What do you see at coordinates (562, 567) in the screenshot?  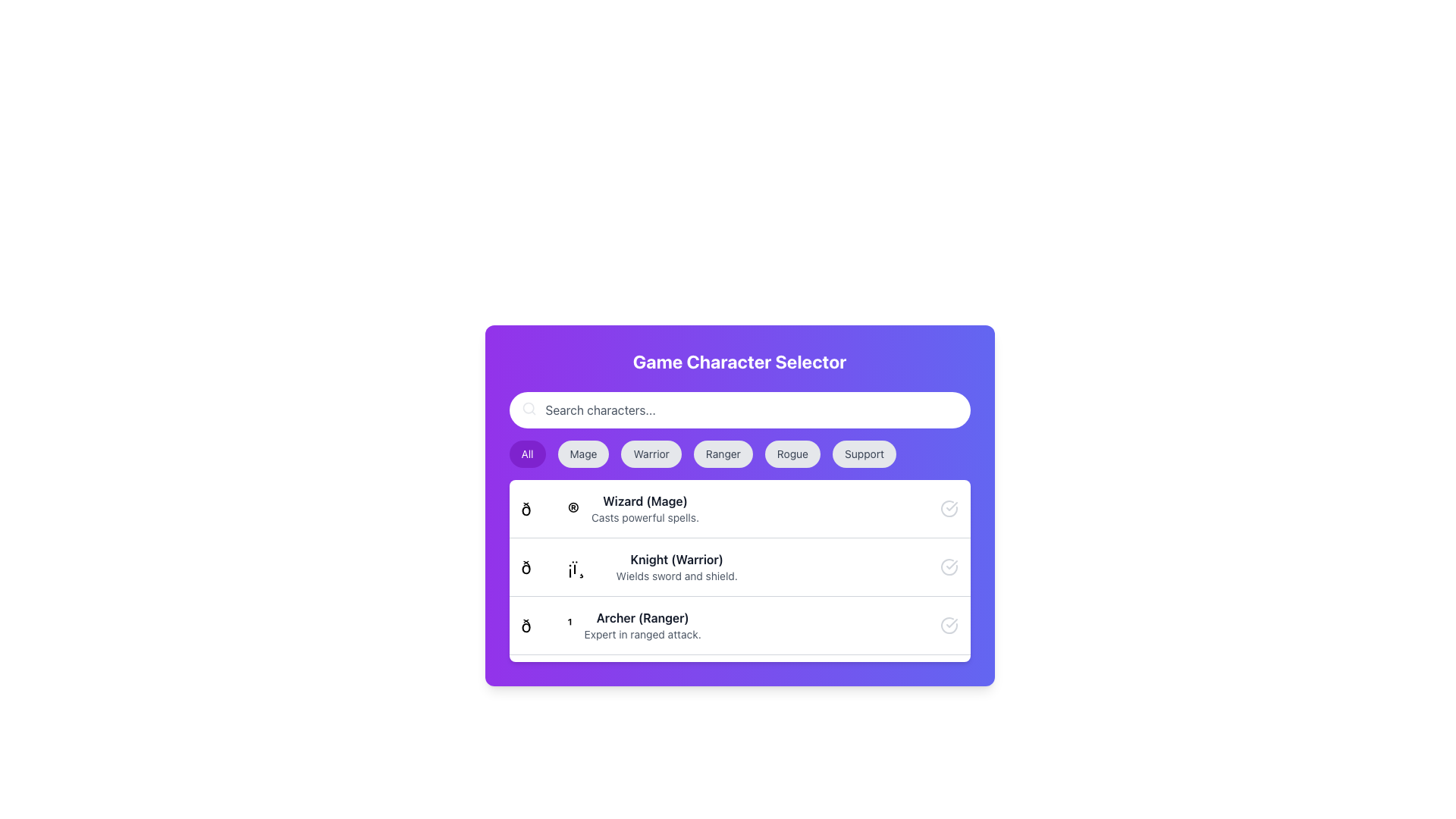 I see `the character type icon representing 'Knight (Warrior)', which is located in the second row of the character selection list, directly to the left of the text 'Knight (Warrior)'` at bounding box center [562, 567].